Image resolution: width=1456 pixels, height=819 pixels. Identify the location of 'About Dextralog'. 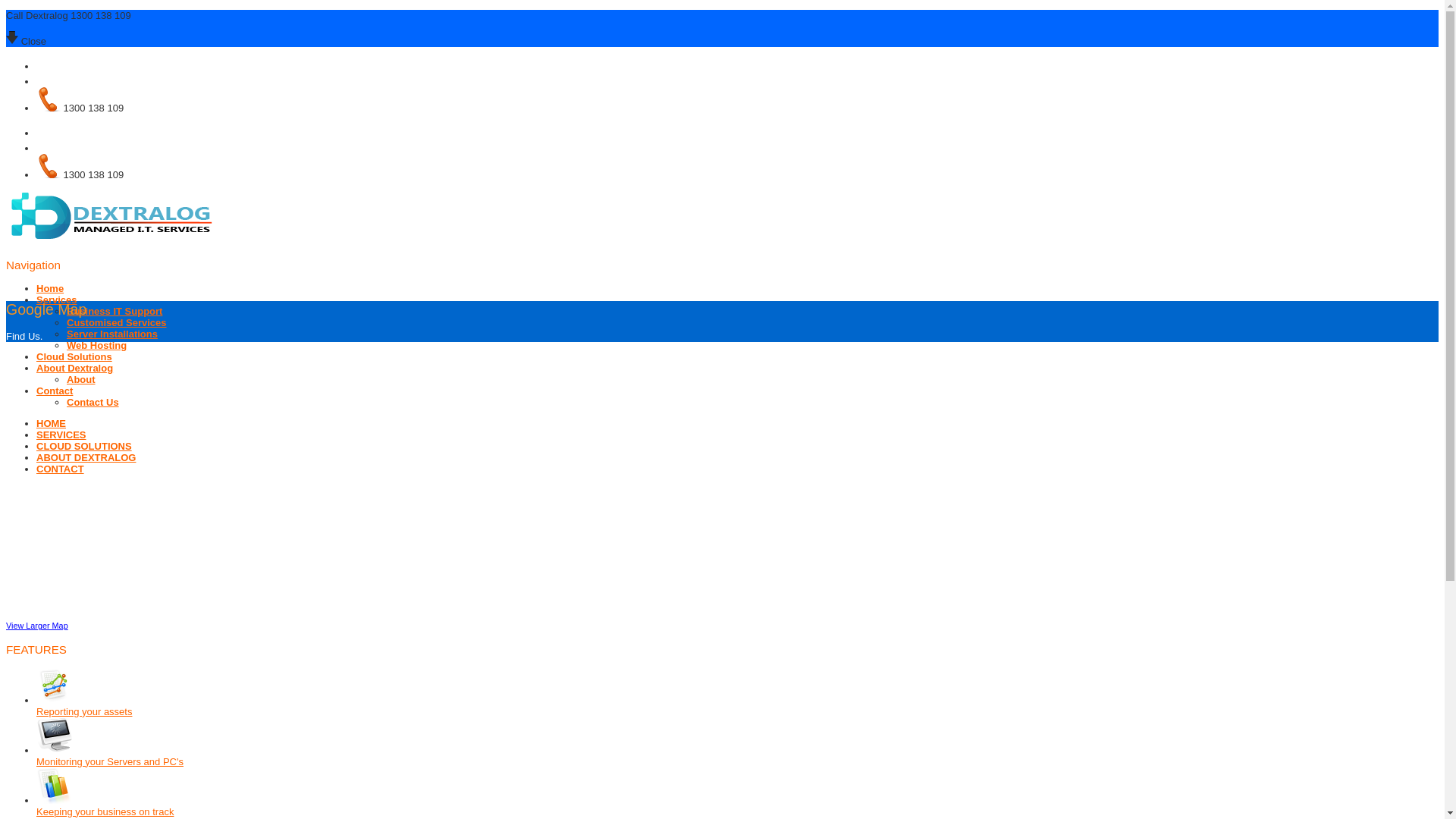
(74, 368).